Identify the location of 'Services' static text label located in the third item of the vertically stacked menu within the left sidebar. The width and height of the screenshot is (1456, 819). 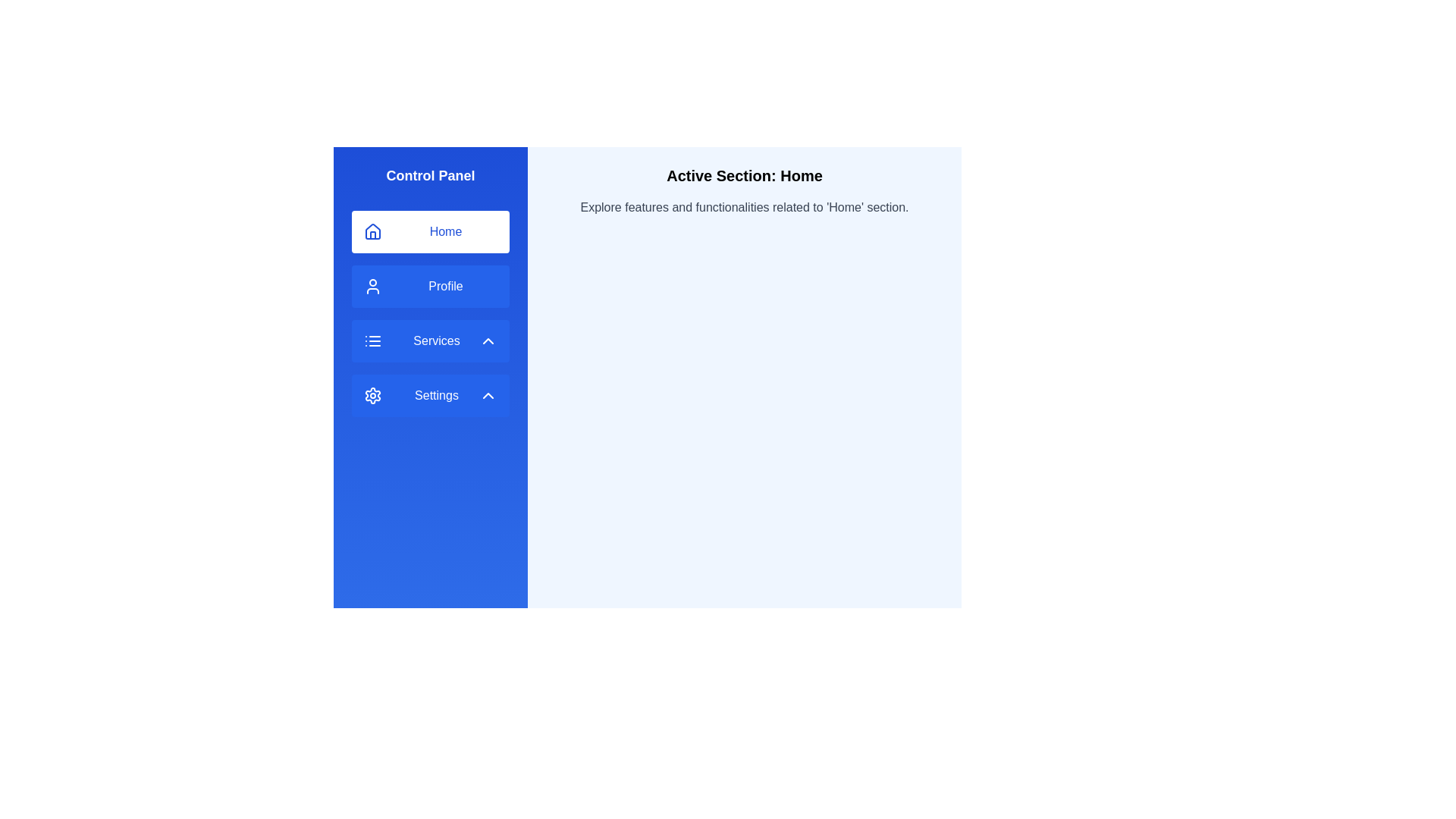
(436, 341).